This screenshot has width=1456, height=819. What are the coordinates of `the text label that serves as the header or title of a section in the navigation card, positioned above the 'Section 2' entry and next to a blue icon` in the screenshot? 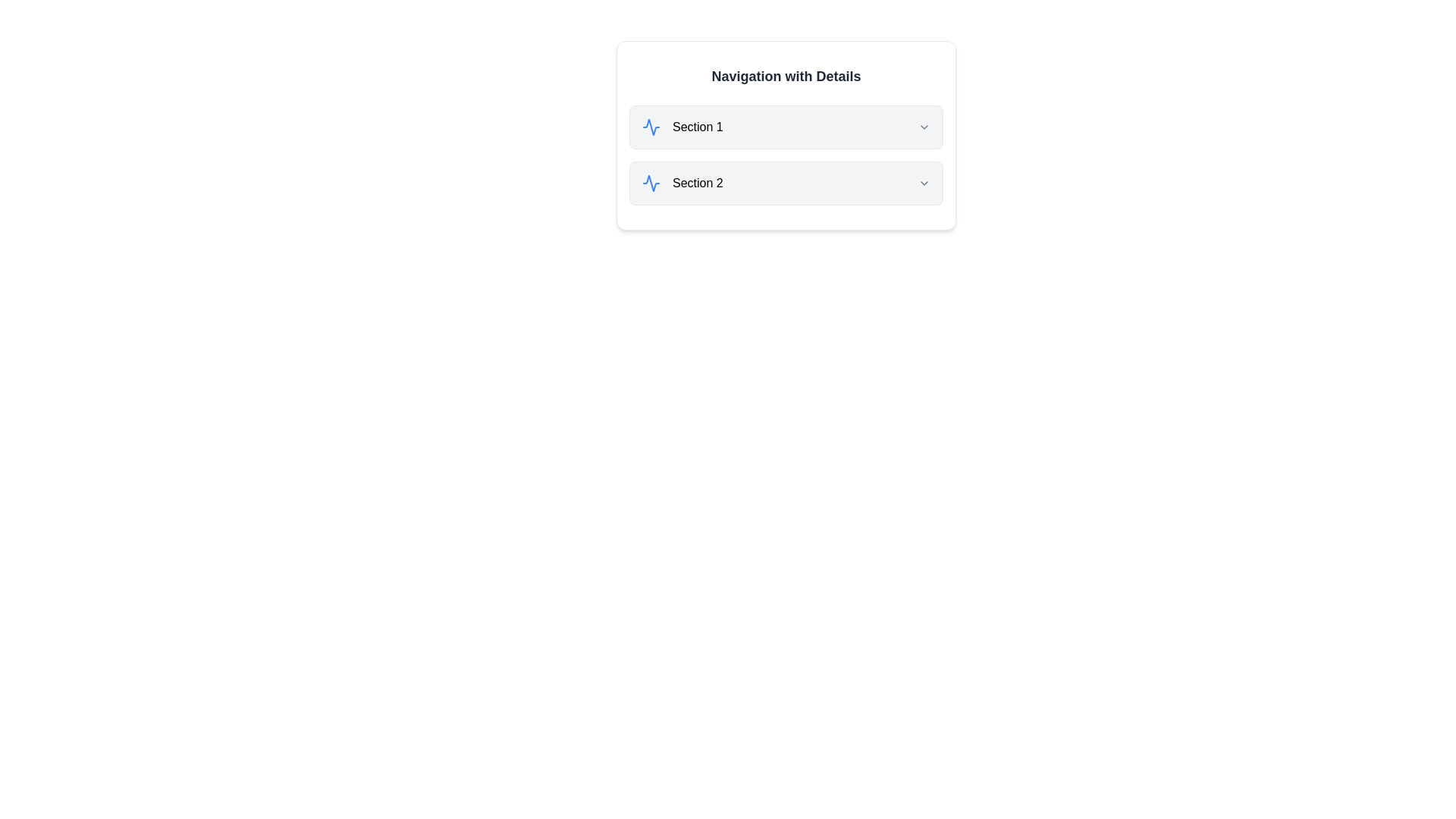 It's located at (697, 127).